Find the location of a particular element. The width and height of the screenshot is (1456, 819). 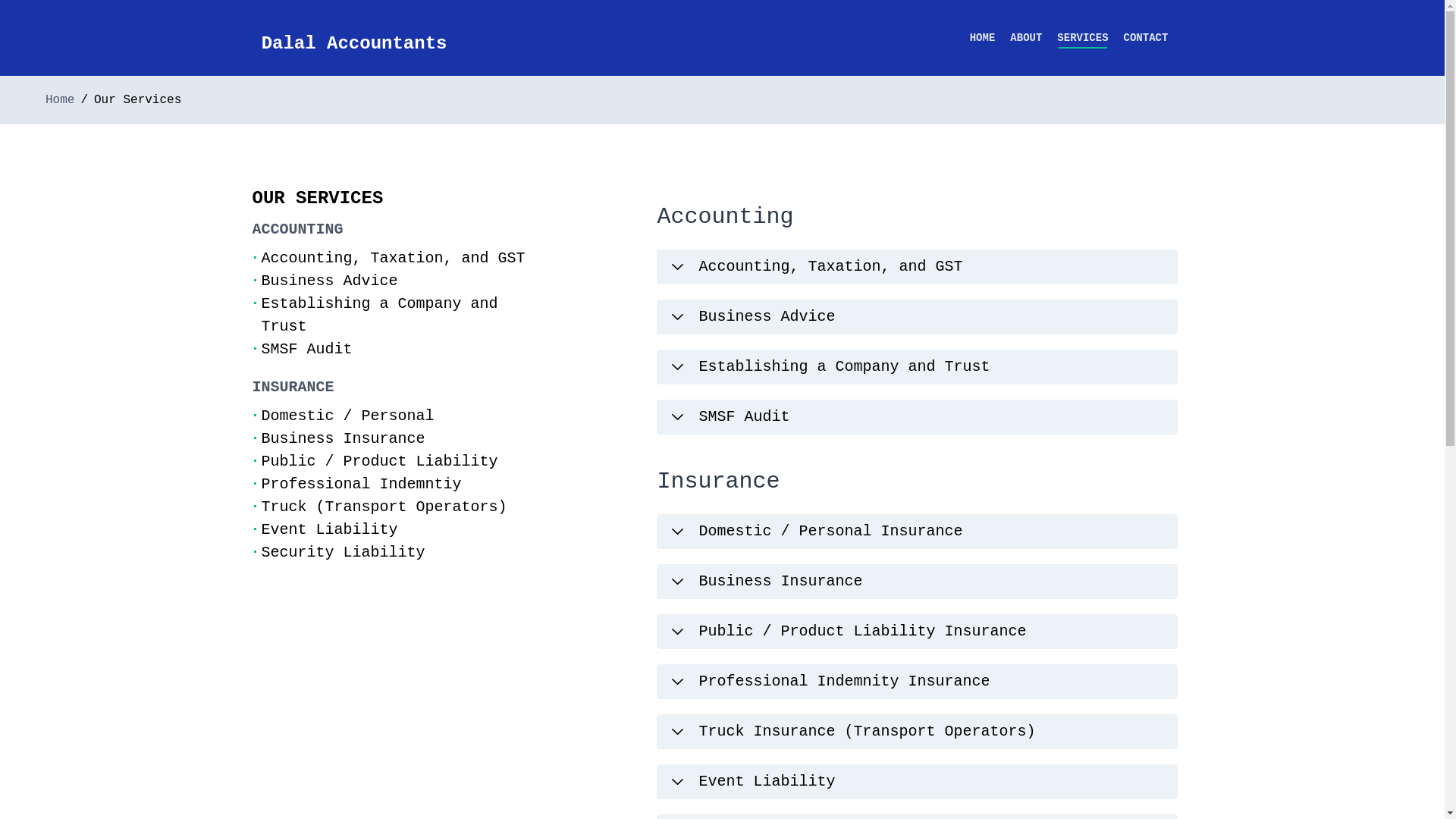

'ABOUT' is located at coordinates (1026, 37).